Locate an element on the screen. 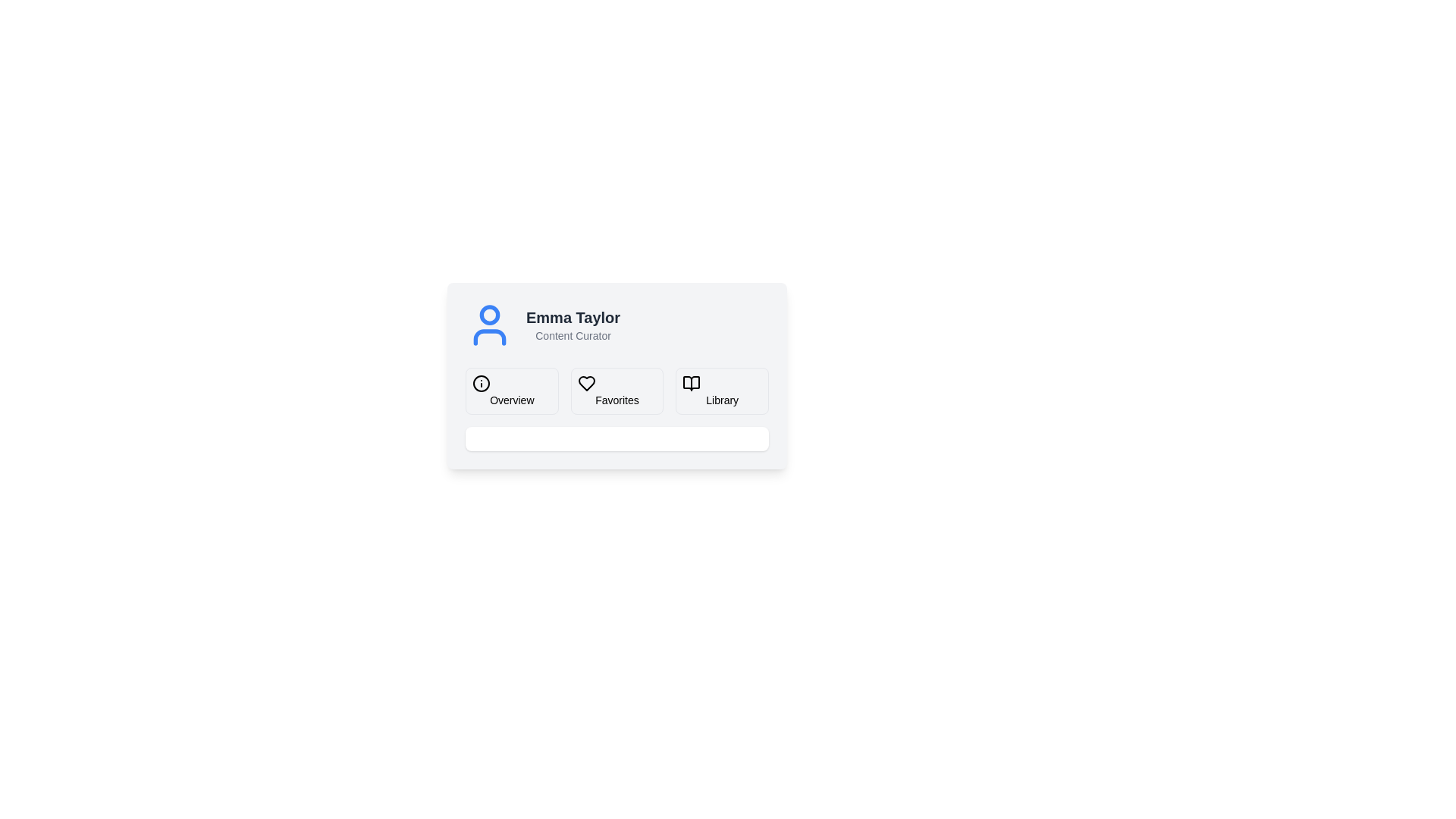  the central decorative SVG circle within the 'Overview' button, located on the leftmost part of a horizontal row of three buttons is located at coordinates (480, 382).